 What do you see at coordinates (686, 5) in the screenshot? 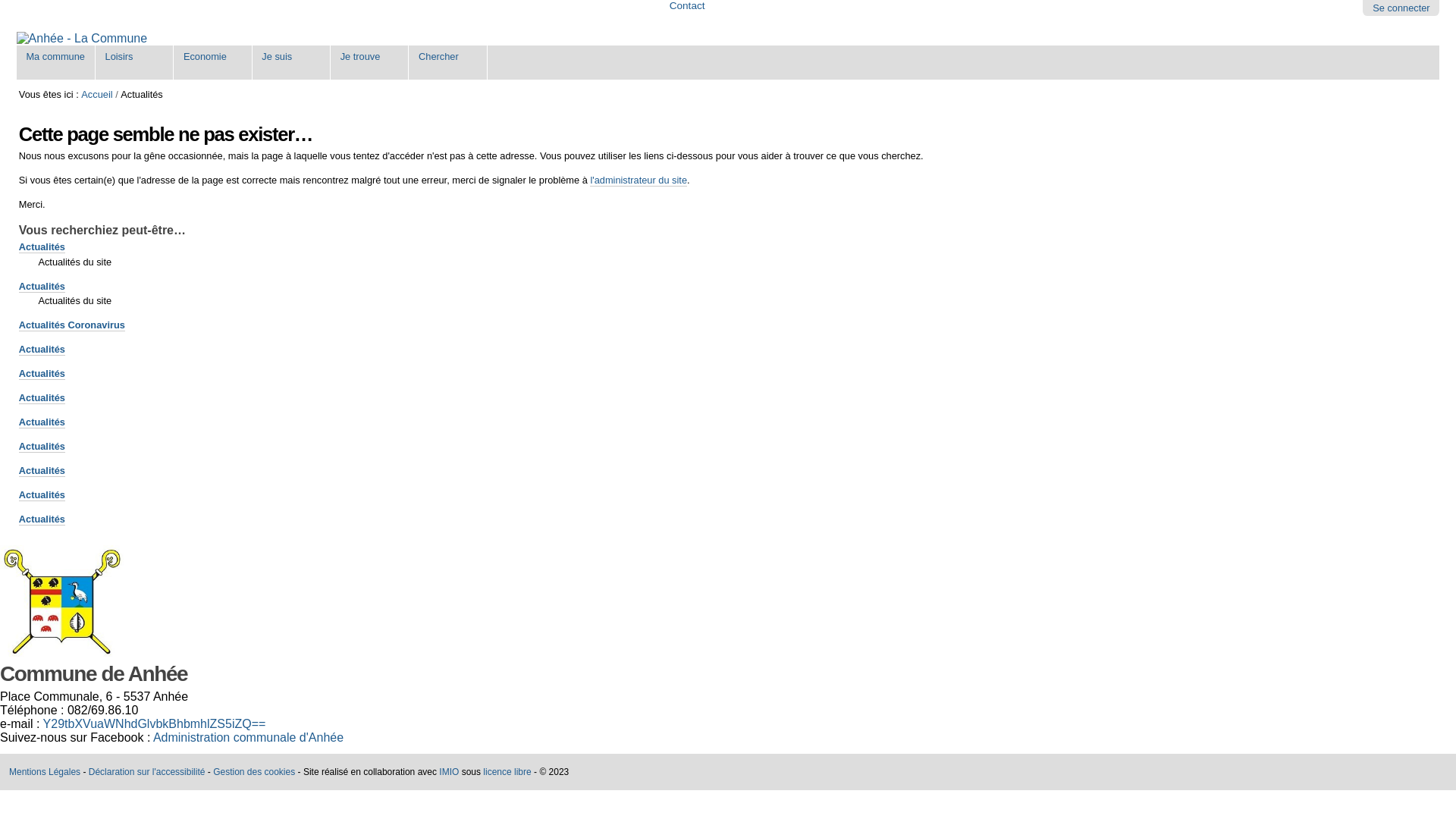
I see `'Contact'` at bounding box center [686, 5].